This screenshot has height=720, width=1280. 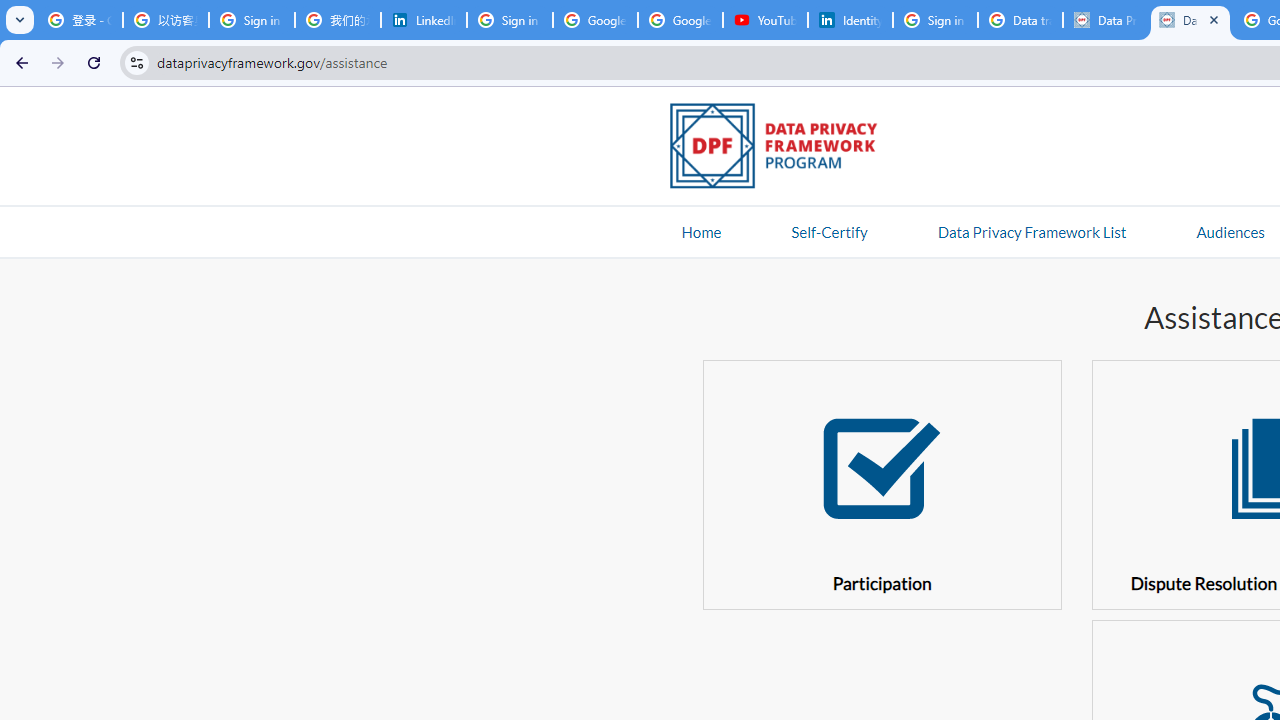 I want to click on 'Self-Certify', so click(x=829, y=230).